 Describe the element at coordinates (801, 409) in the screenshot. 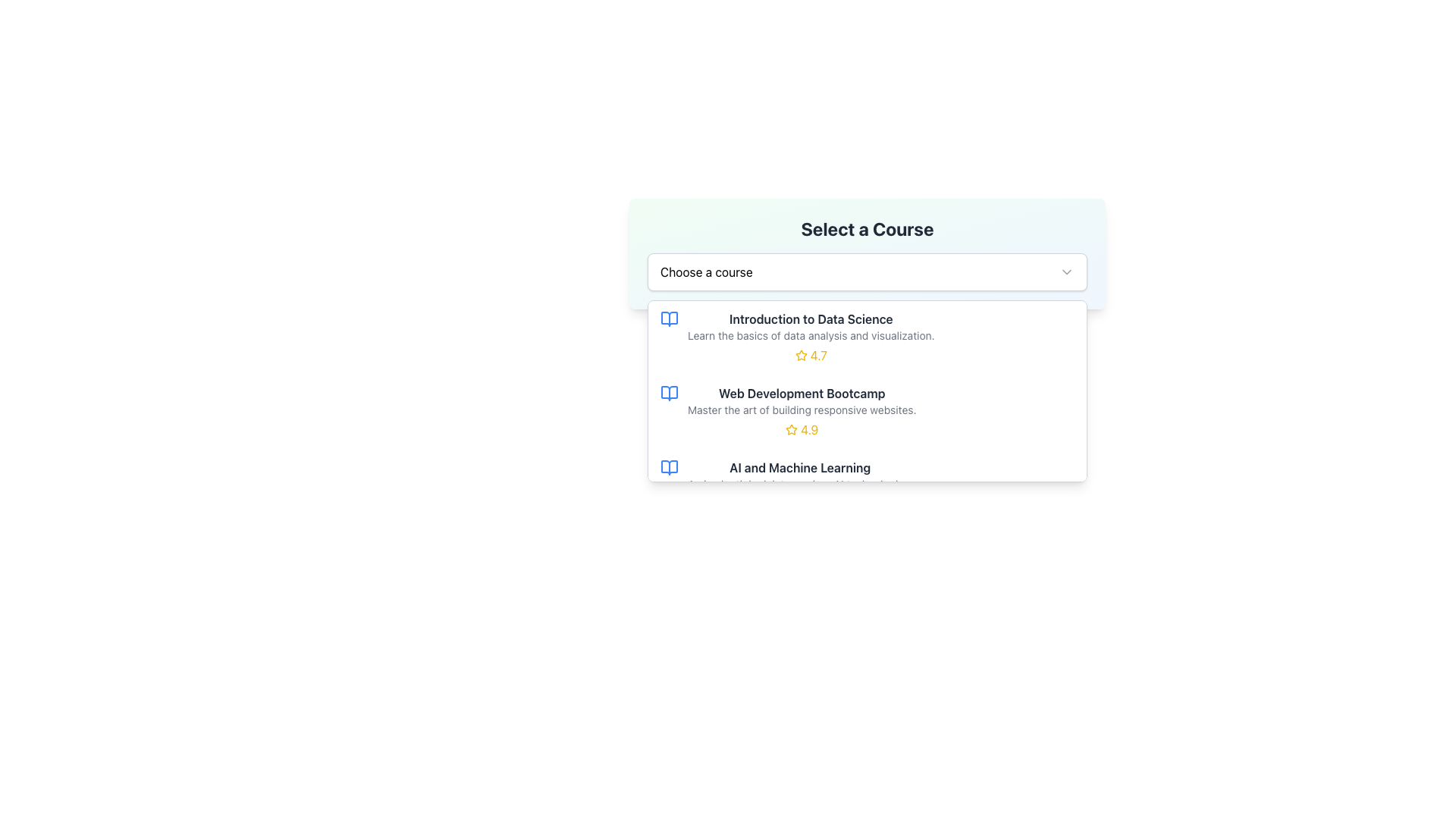

I see `the text label displaying 'Master the art of building responsive websites.' located below the title 'Web Development Bootcamp' in the course selection dropdown UI` at that location.